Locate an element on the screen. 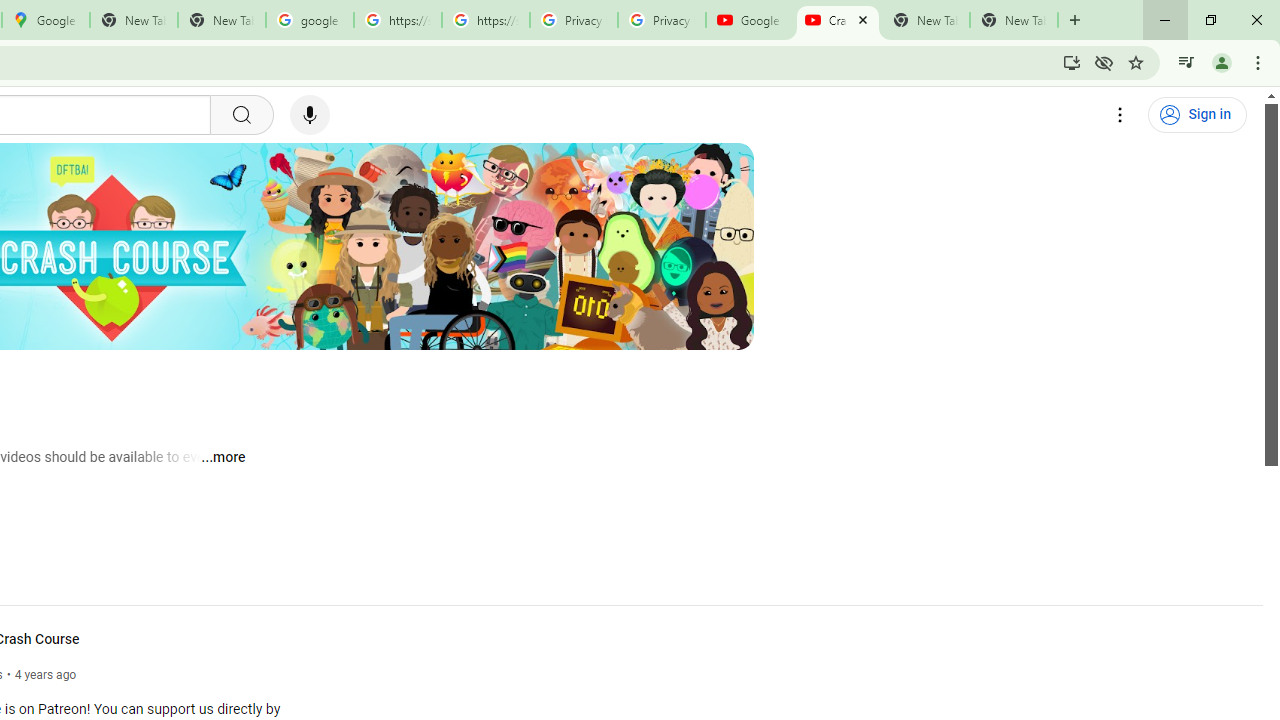  'Google - YouTube' is located at coordinates (749, 20).